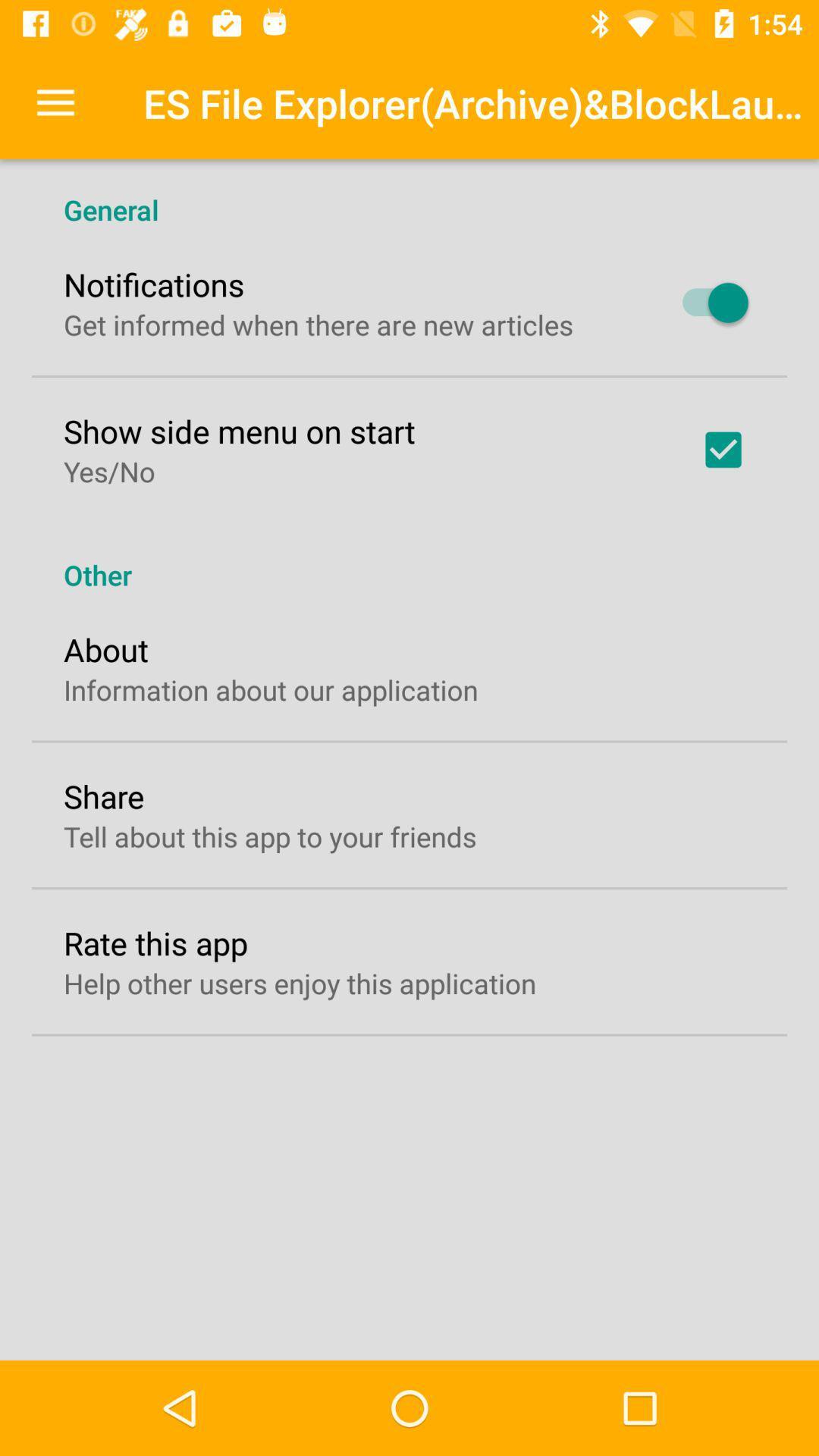 The image size is (819, 1456). What do you see at coordinates (103, 795) in the screenshot?
I see `the item above tell about this item` at bounding box center [103, 795].